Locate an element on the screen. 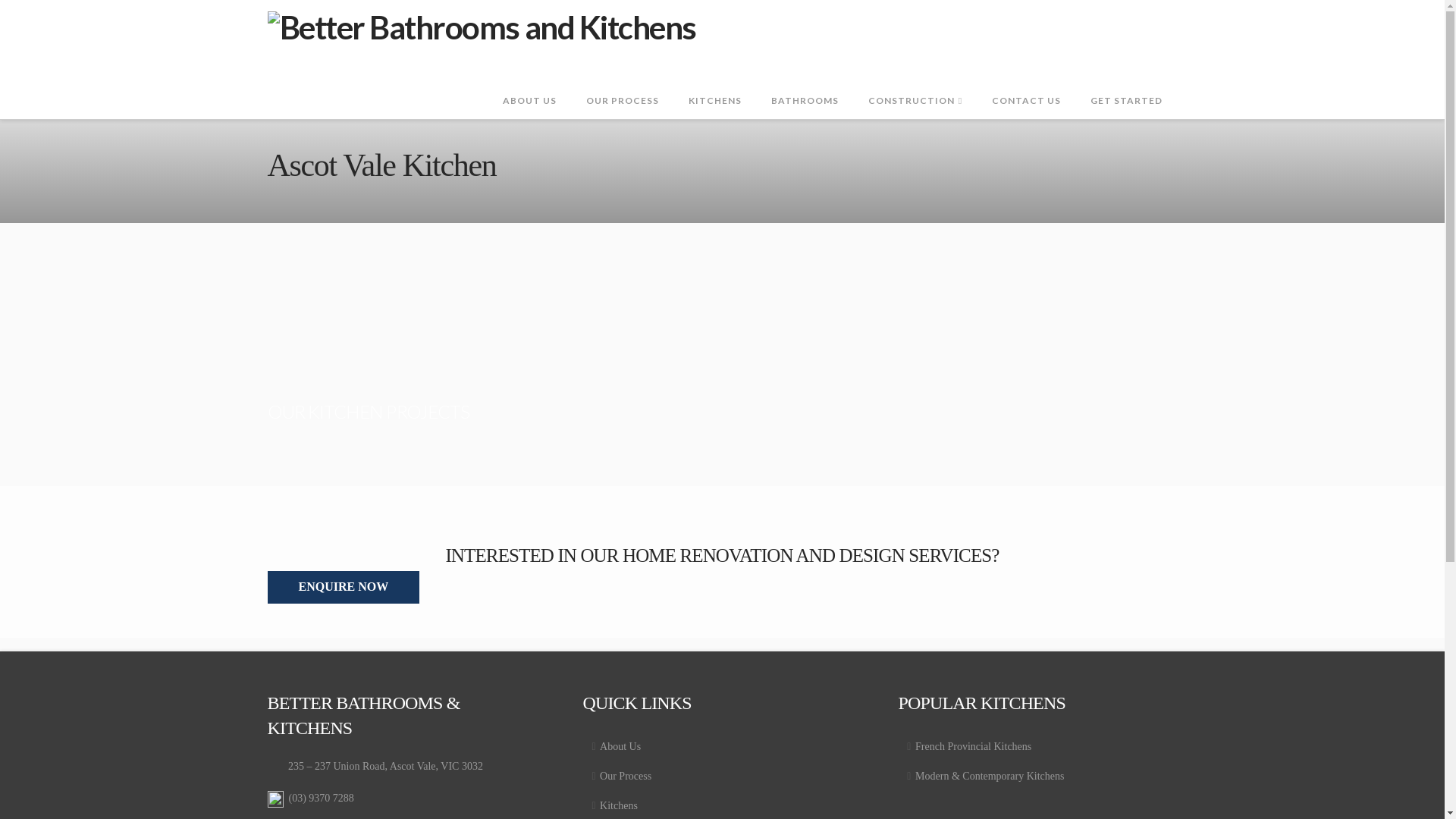  'ABOUT US' is located at coordinates (488, 84).